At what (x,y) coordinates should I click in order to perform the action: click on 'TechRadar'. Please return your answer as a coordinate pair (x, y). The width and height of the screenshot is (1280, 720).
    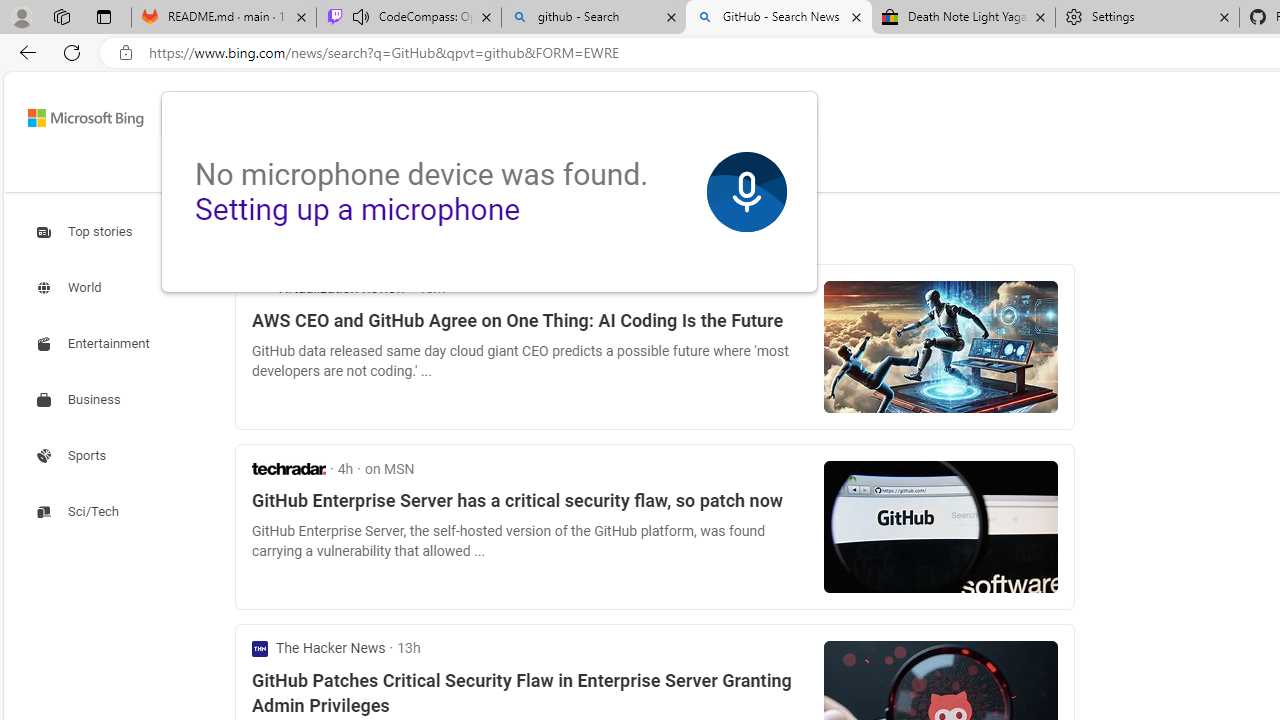
    Looking at the image, I should click on (288, 468).